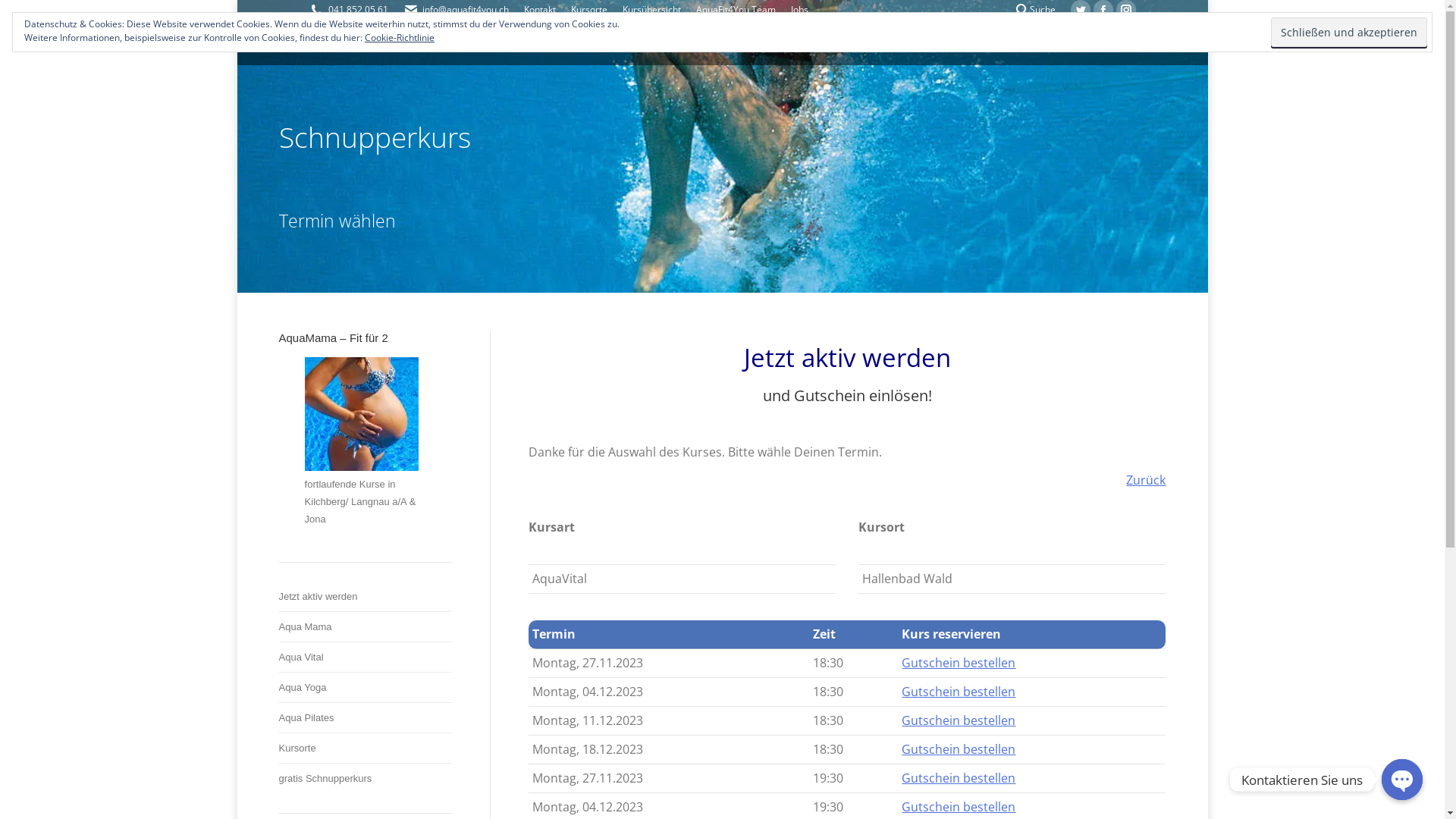 This screenshot has height=819, width=1456. What do you see at coordinates (400, 36) in the screenshot?
I see `'Cookie-Richtlinie'` at bounding box center [400, 36].